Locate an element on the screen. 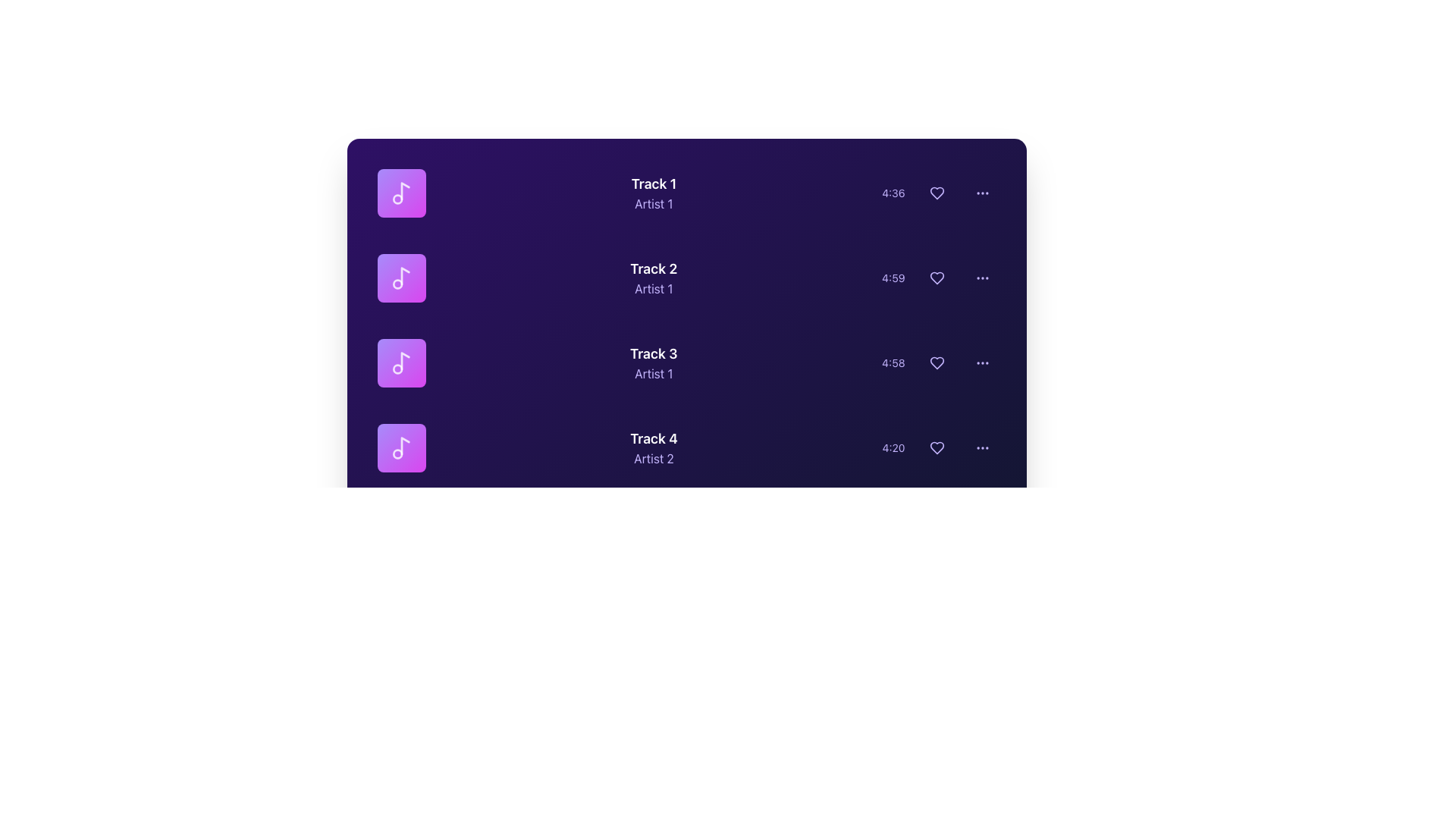 The image size is (1456, 819). text label displaying '4:20', which is a small violet font located to the right of 'Track 4' in the bottom row of the list is located at coordinates (893, 447).